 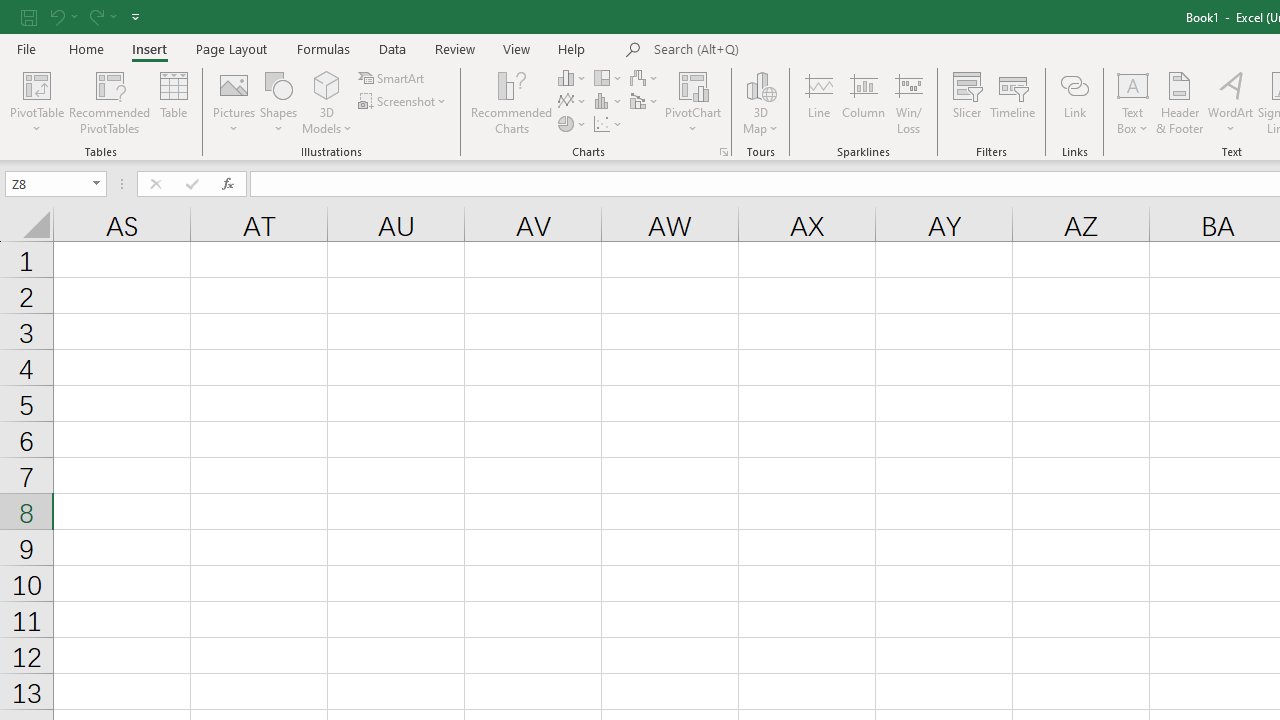 What do you see at coordinates (1073, 103) in the screenshot?
I see `'Link'` at bounding box center [1073, 103].